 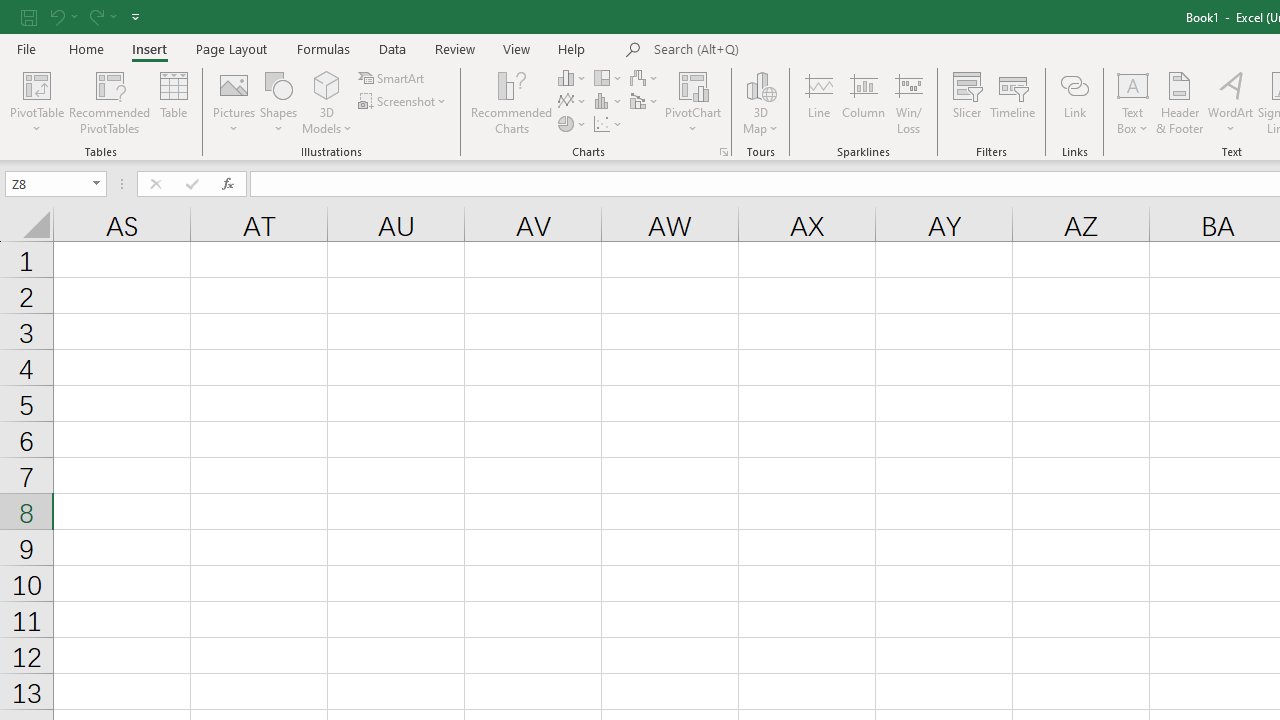 What do you see at coordinates (1073, 103) in the screenshot?
I see `'Link'` at bounding box center [1073, 103].